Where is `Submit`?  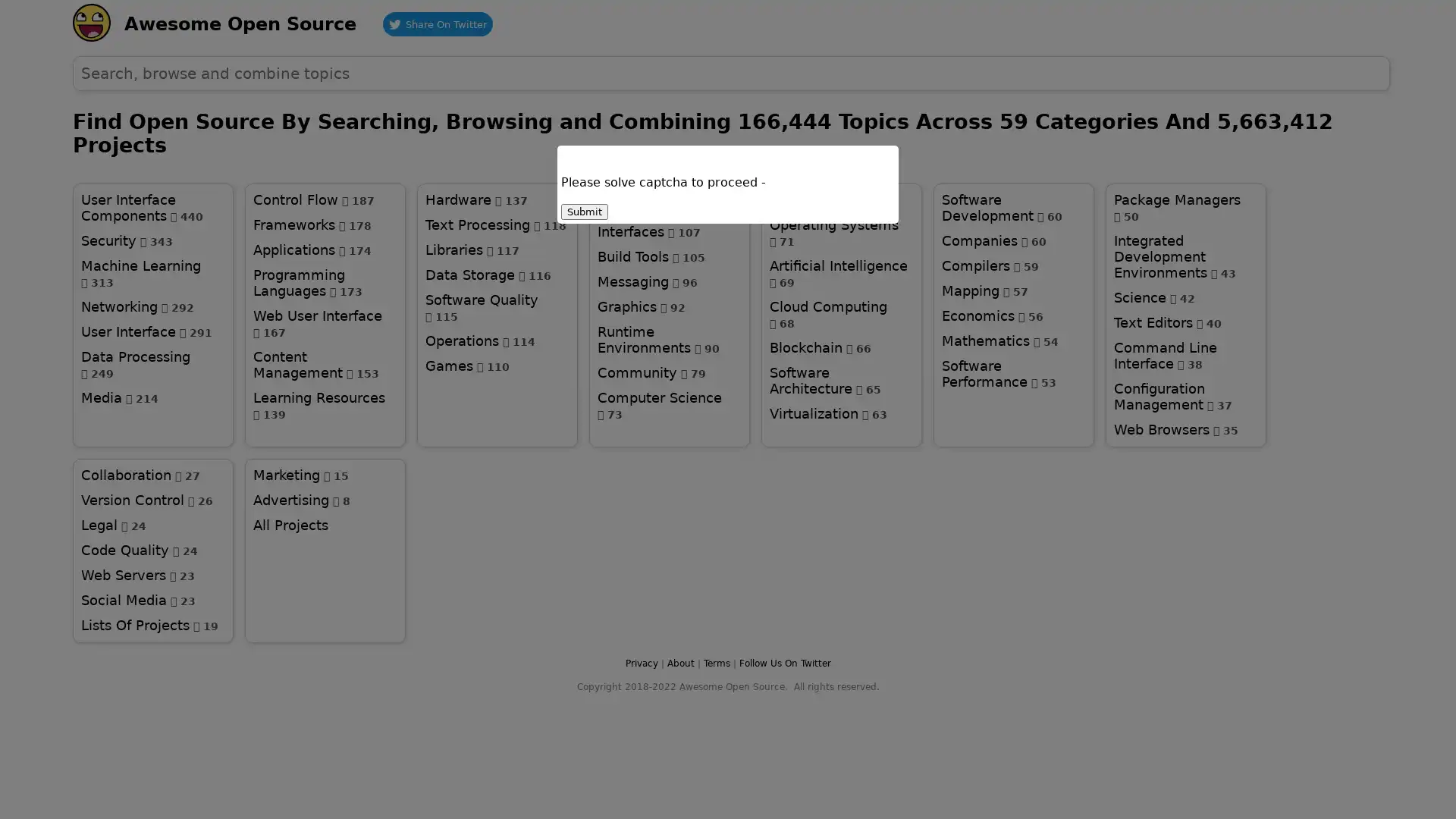
Submit is located at coordinates (584, 270).